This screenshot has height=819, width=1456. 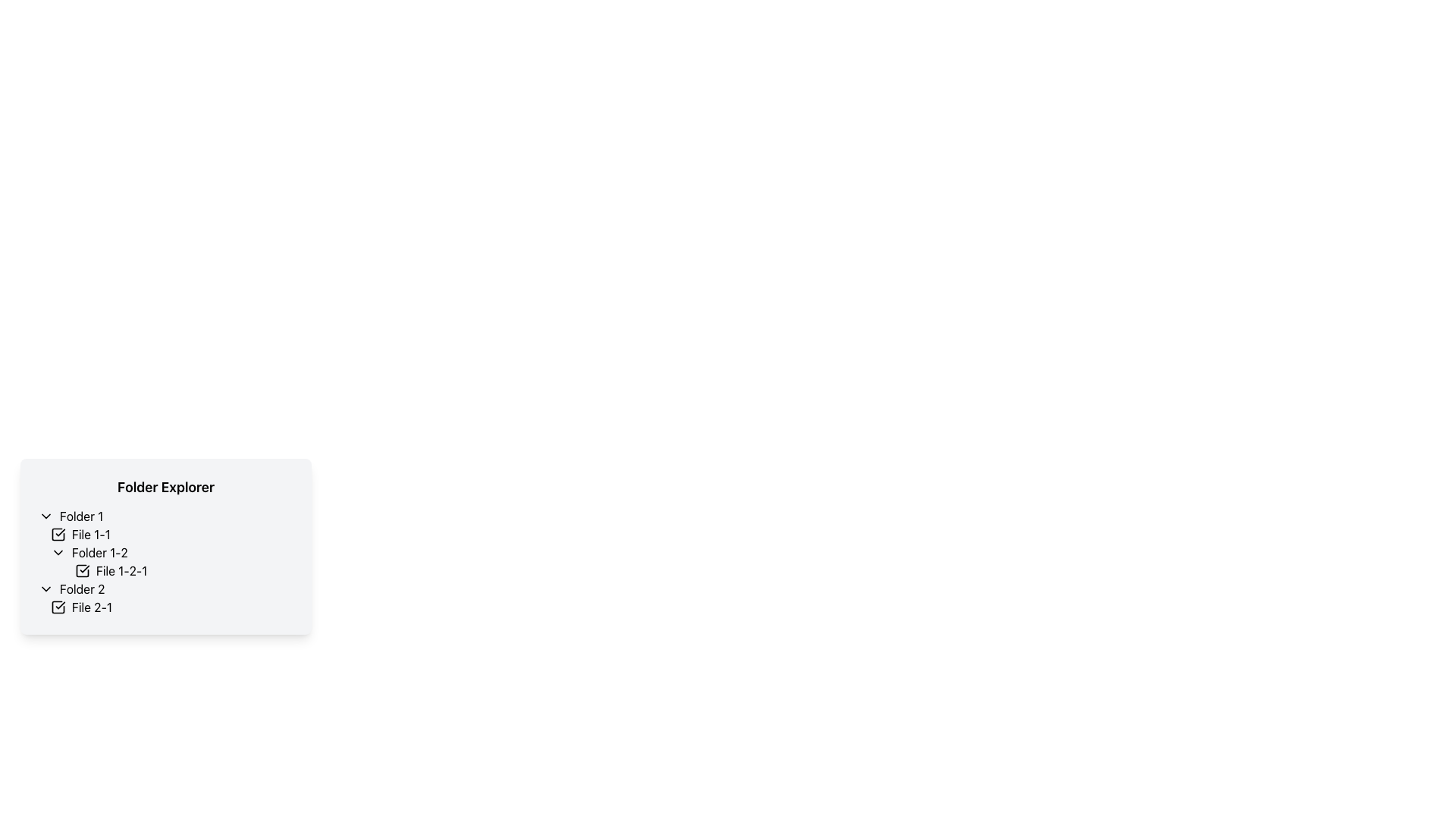 I want to click on the Check Icon indicating the selected state of 'File 2-1' in the 'Folder 2' section of the folder explorer, so click(x=58, y=607).